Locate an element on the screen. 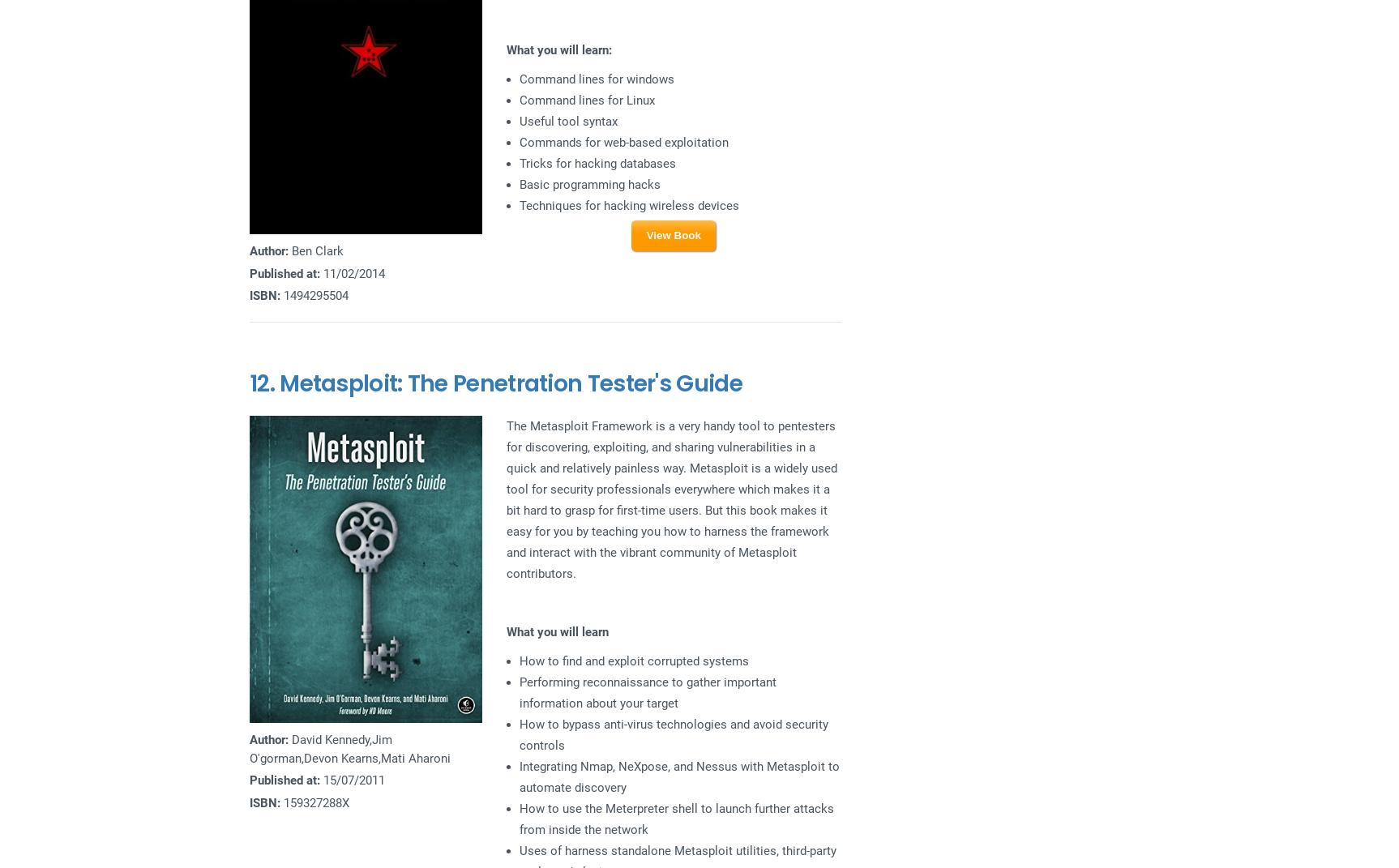 Image resolution: width=1399 pixels, height=868 pixels. 'How to bypass anti-virus technologies and avoid security controls' is located at coordinates (672, 733).